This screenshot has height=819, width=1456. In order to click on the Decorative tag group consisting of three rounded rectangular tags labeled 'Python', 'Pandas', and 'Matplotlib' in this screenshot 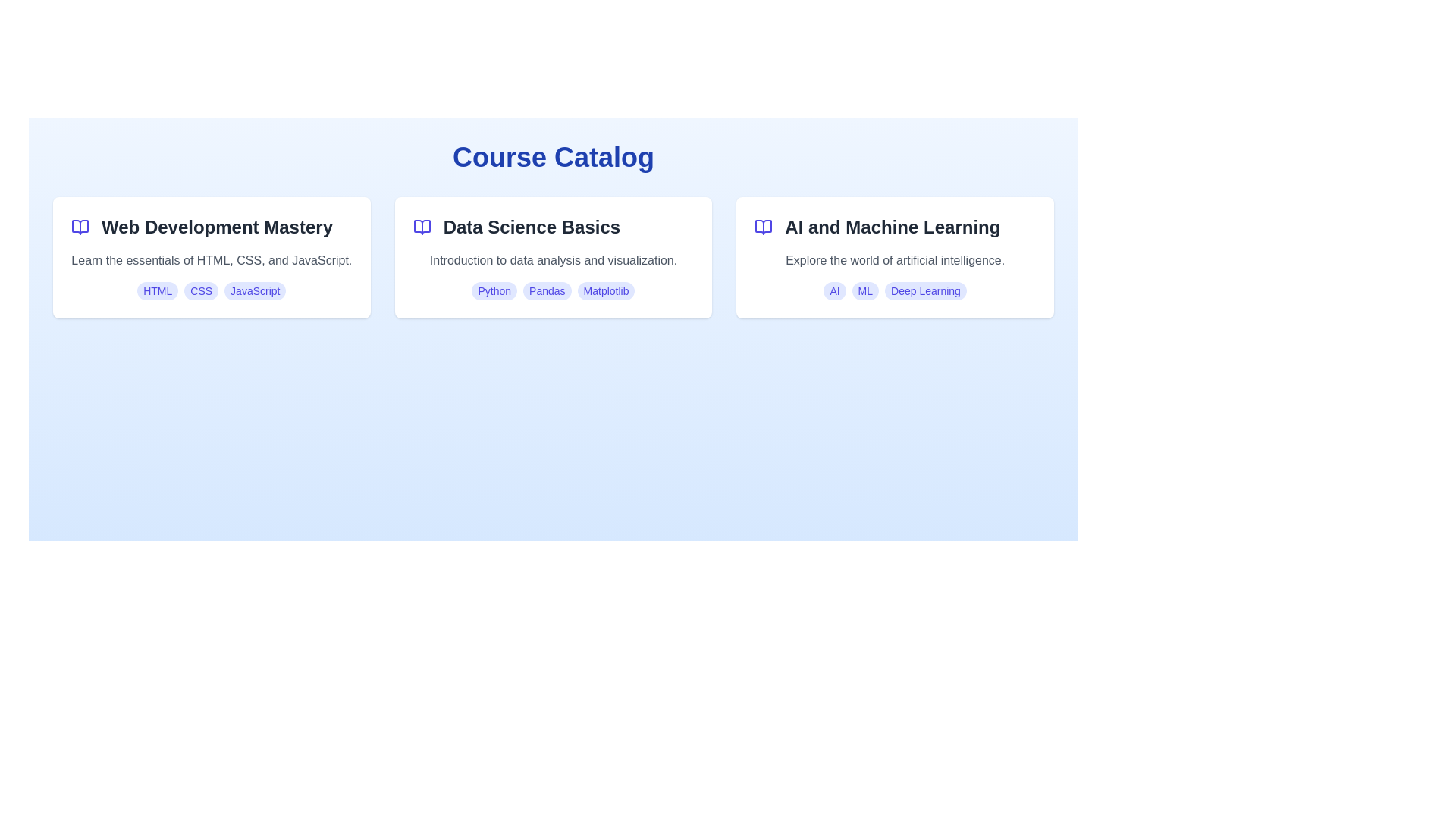, I will do `click(552, 291)`.